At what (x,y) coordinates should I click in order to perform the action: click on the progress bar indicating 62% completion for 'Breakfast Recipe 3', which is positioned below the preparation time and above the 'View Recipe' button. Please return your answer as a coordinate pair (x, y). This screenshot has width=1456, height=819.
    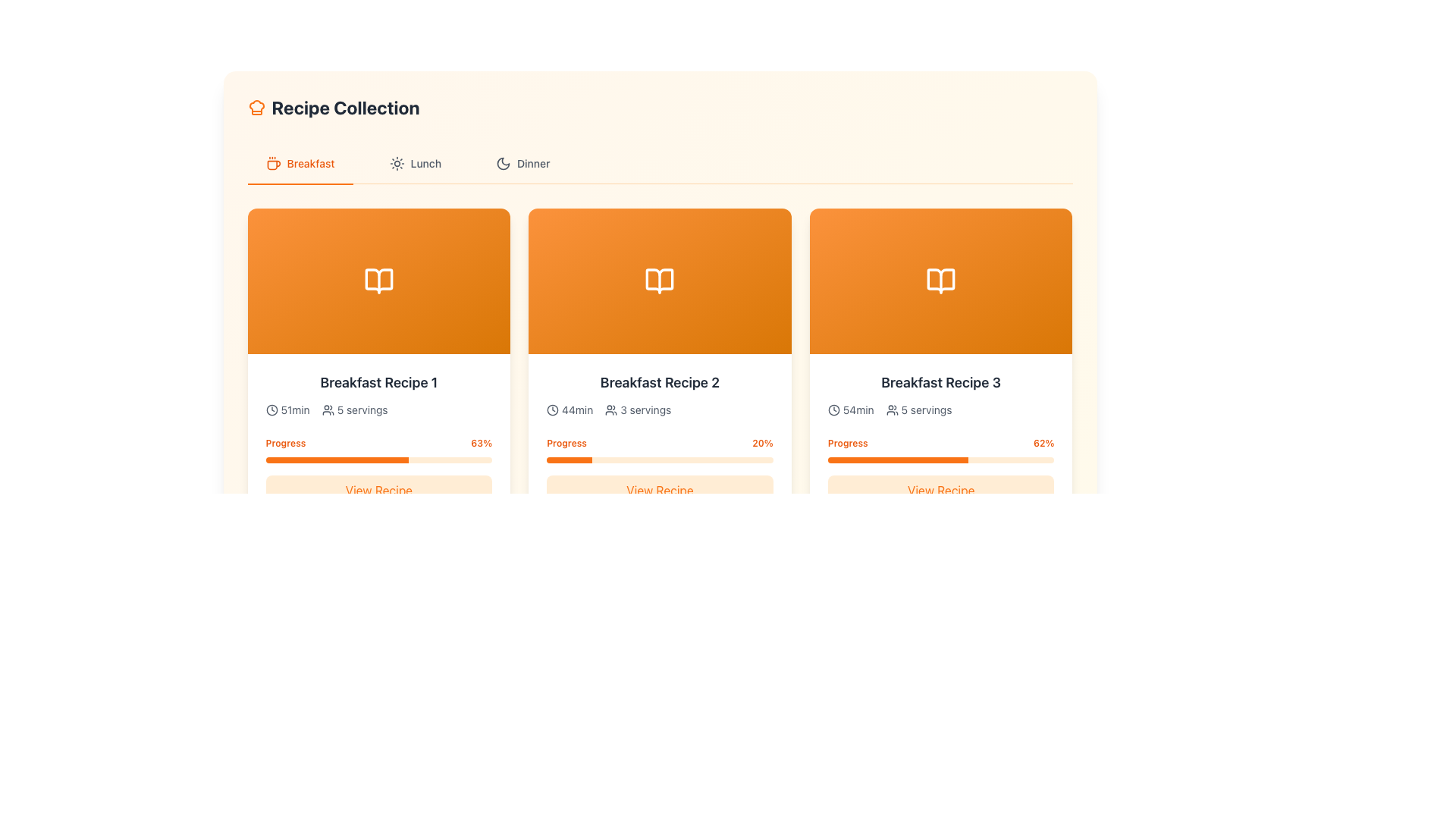
    Looking at the image, I should click on (940, 446).